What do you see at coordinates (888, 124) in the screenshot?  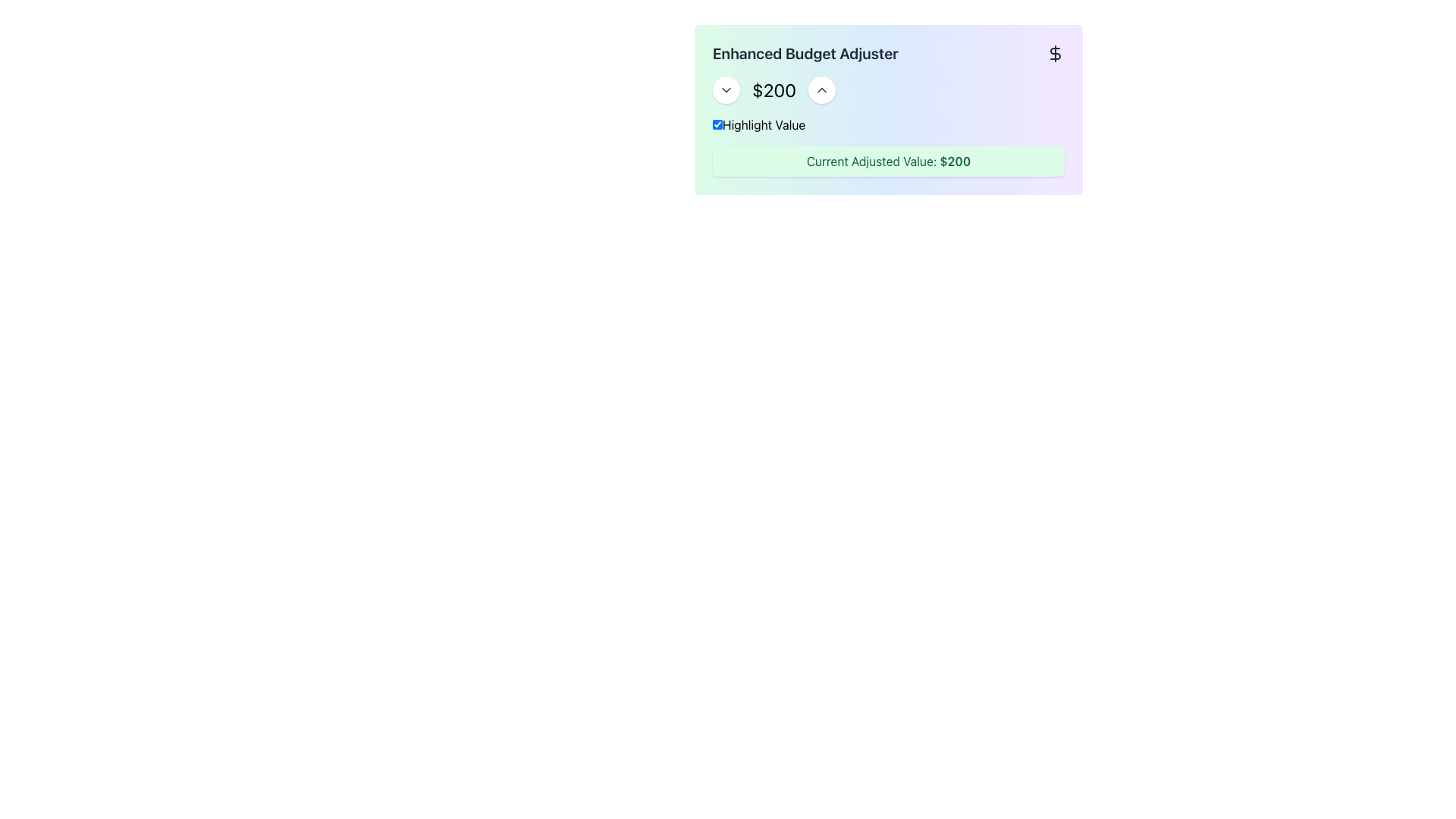 I see `the checkbox labeled 'Highlight Value'` at bounding box center [888, 124].